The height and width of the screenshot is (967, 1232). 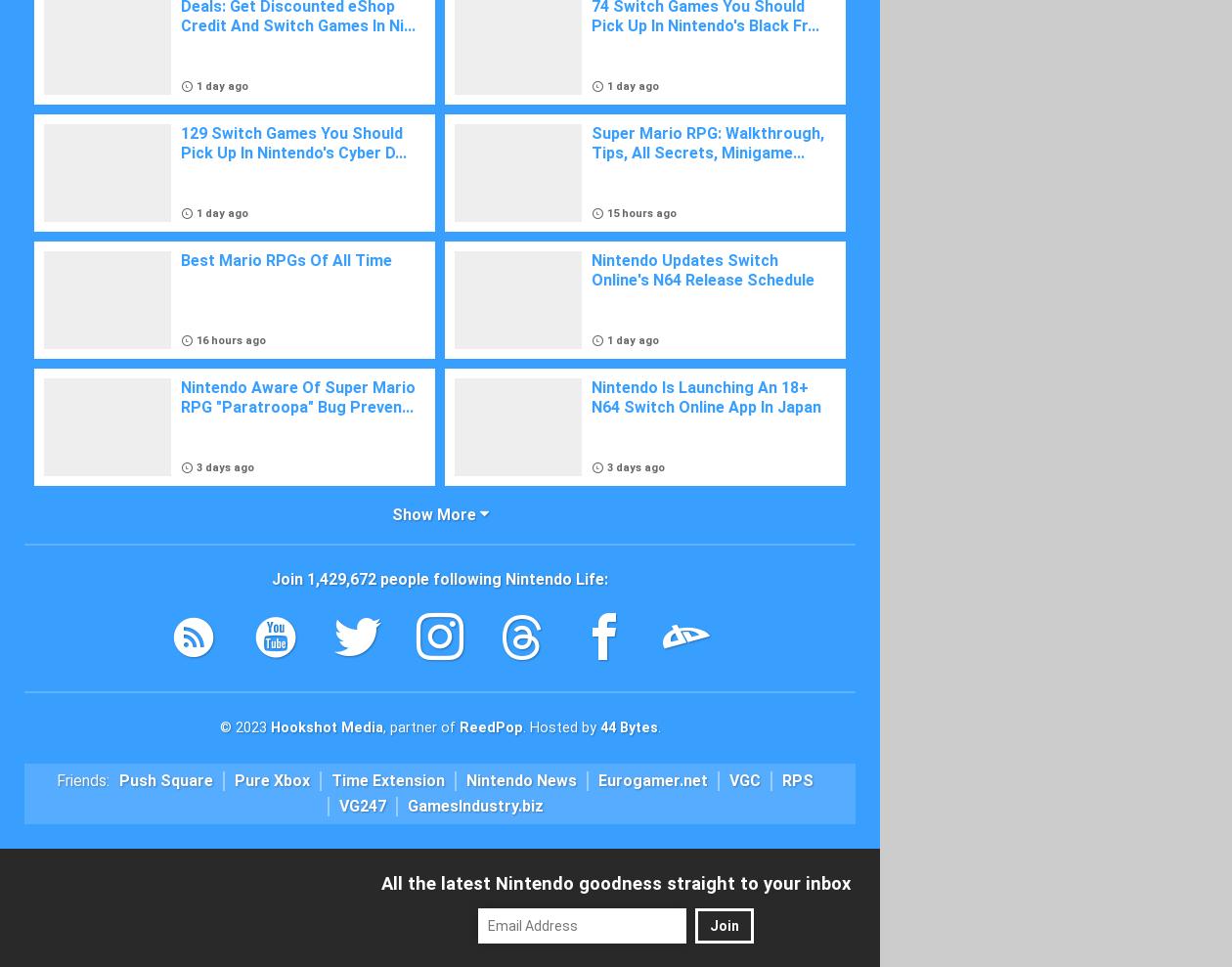 I want to click on '1,429,672', so click(x=341, y=578).